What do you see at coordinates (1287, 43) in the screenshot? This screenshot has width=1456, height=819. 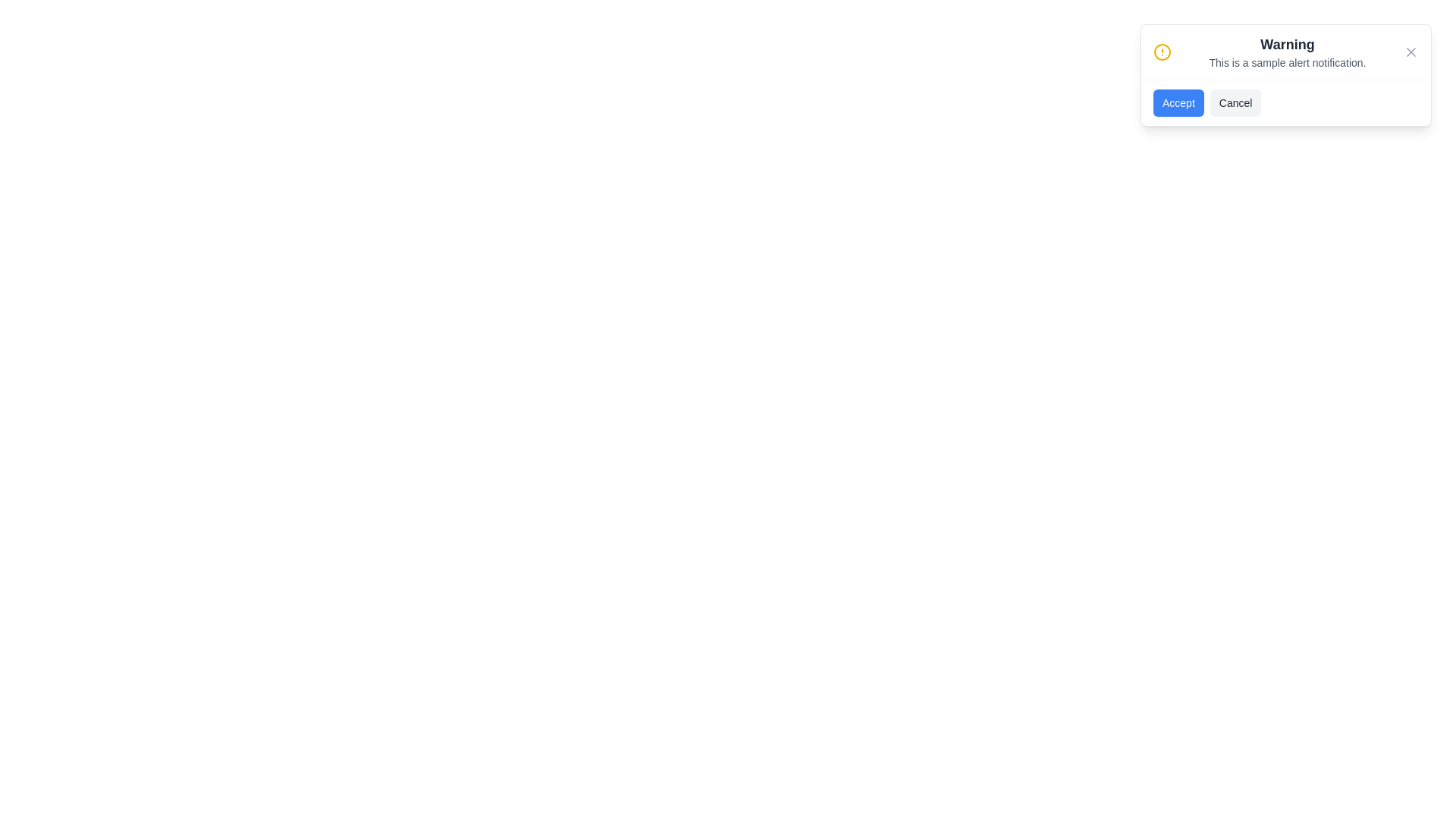 I see `the bold text label reading 'Warning' displayed in dark gray within the notification box, located at the top-right corner of the notification box` at bounding box center [1287, 43].